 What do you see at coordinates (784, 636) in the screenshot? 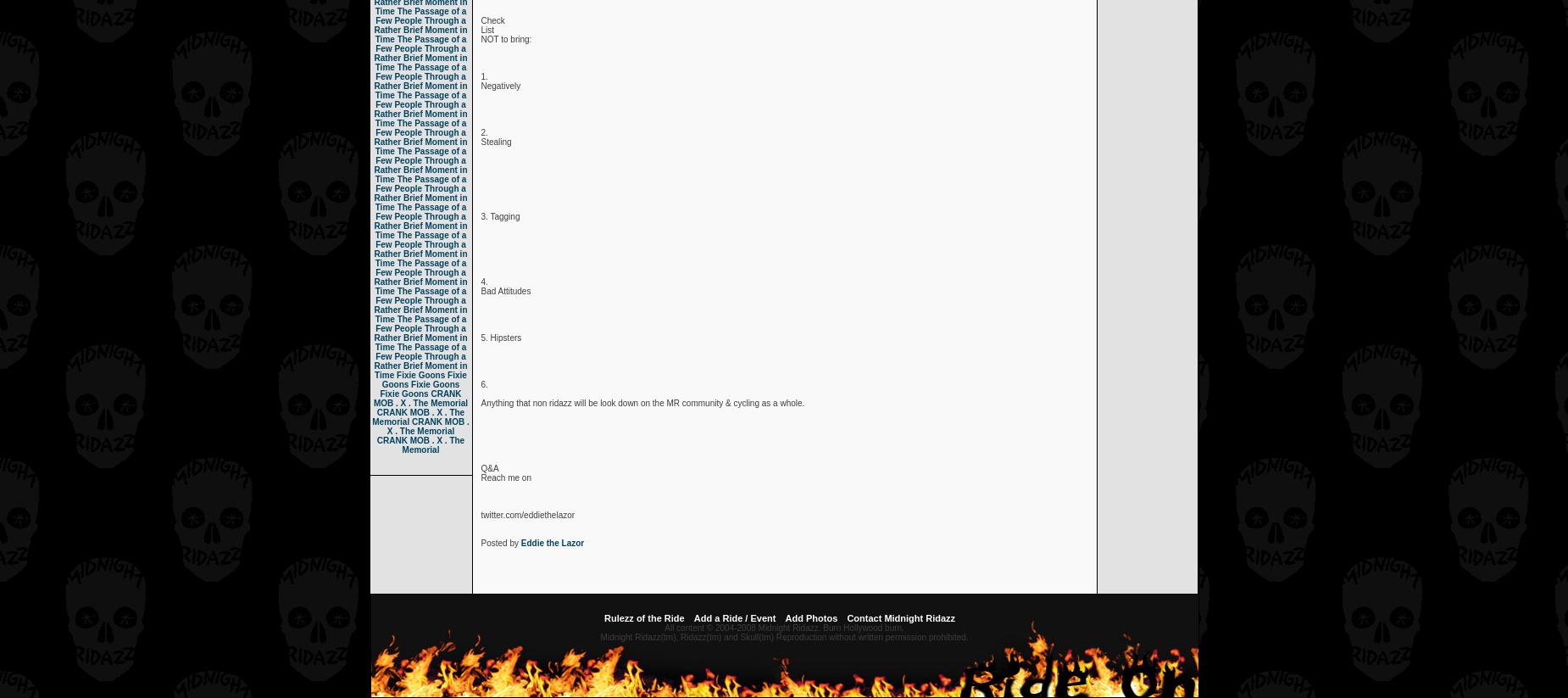
I see `'Midnight Ridazz(tm), Ridazz(tm) and Skull(tm) Reproduction without written permission prohibited.'` at bounding box center [784, 636].